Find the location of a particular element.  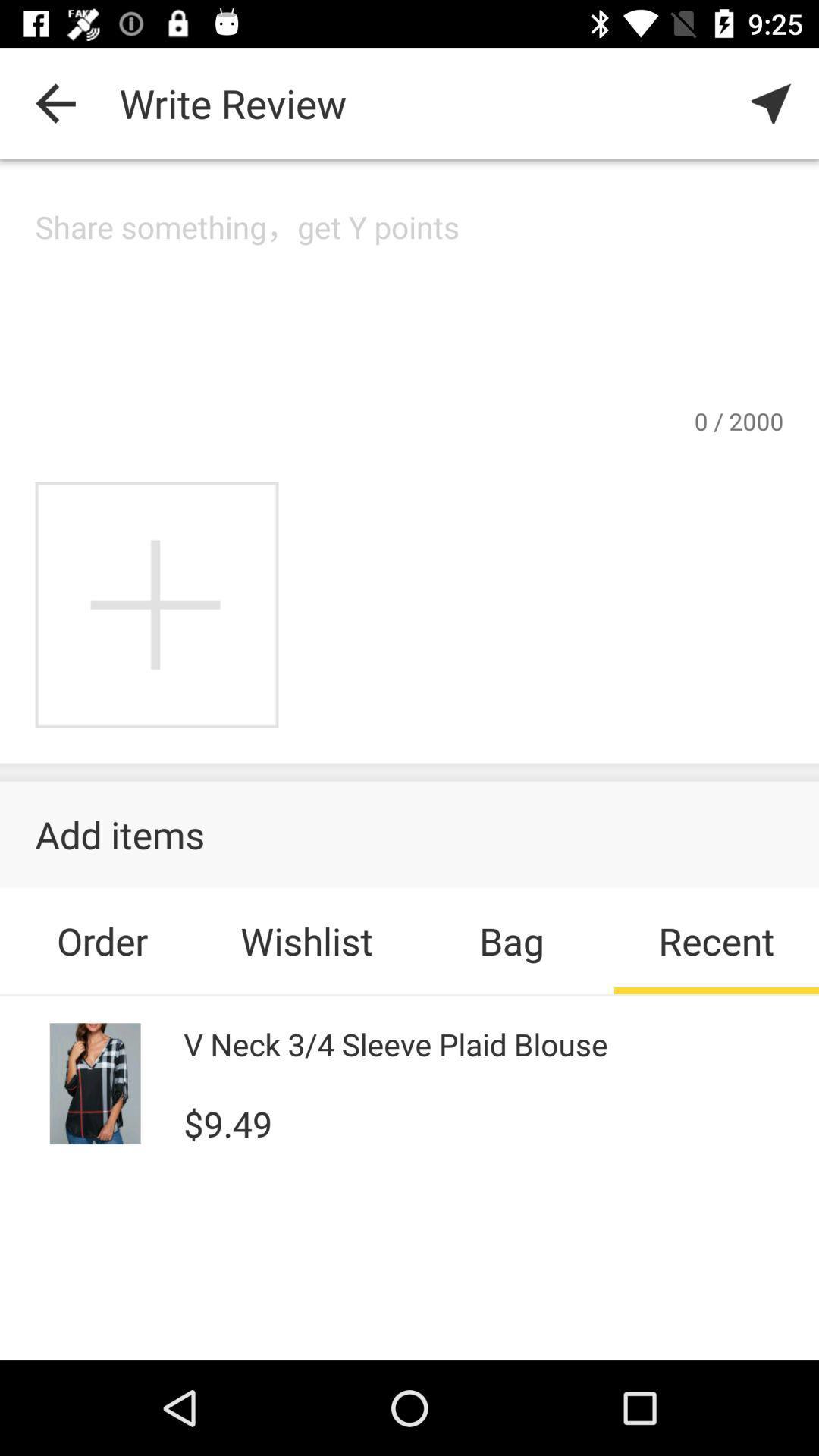

more photos is located at coordinates (157, 604).